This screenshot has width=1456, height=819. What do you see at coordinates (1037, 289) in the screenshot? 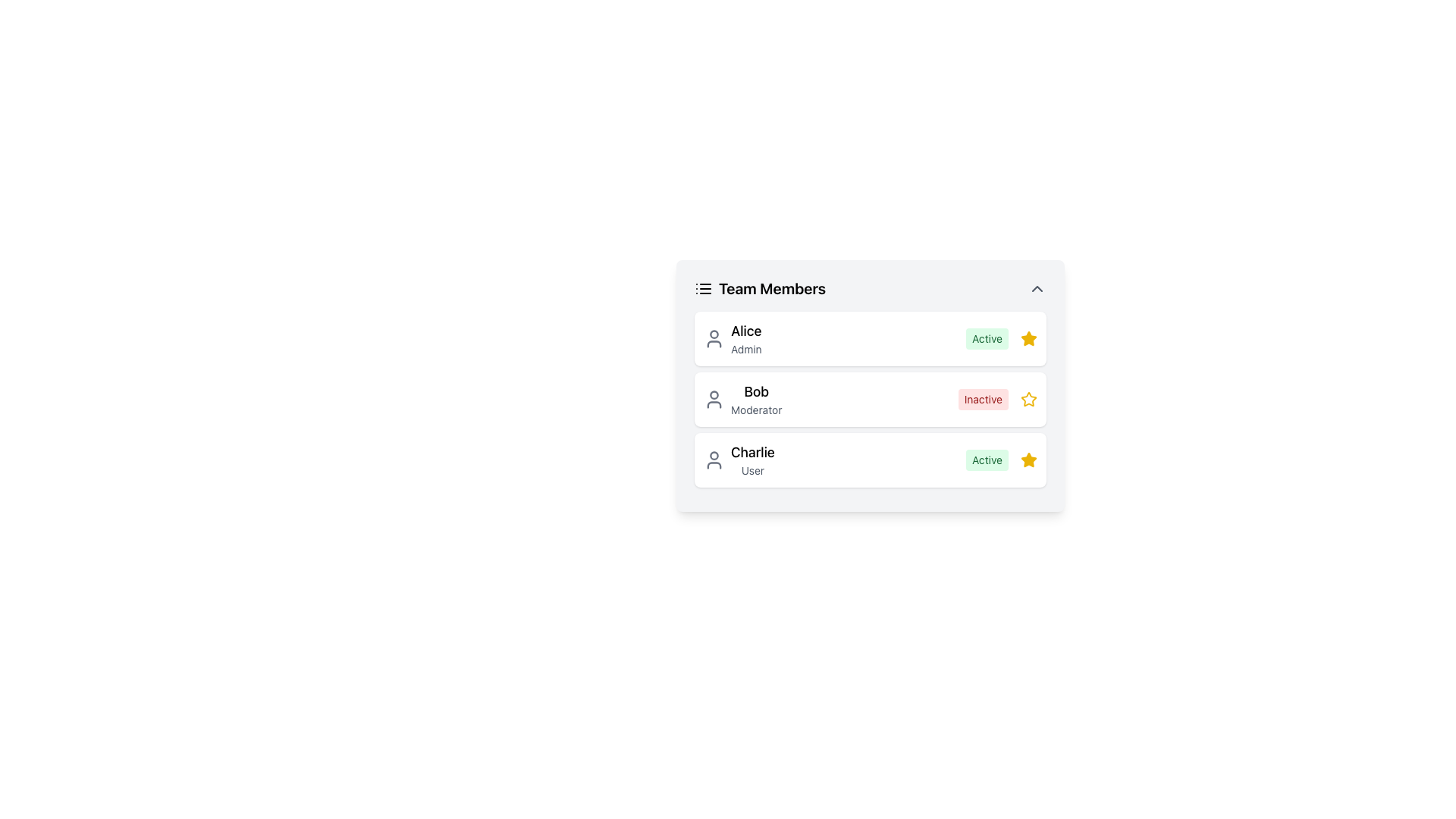
I see `the upward-pointing chevron icon styled in gray located at the top-right corner of the 'Team Members' panel` at bounding box center [1037, 289].